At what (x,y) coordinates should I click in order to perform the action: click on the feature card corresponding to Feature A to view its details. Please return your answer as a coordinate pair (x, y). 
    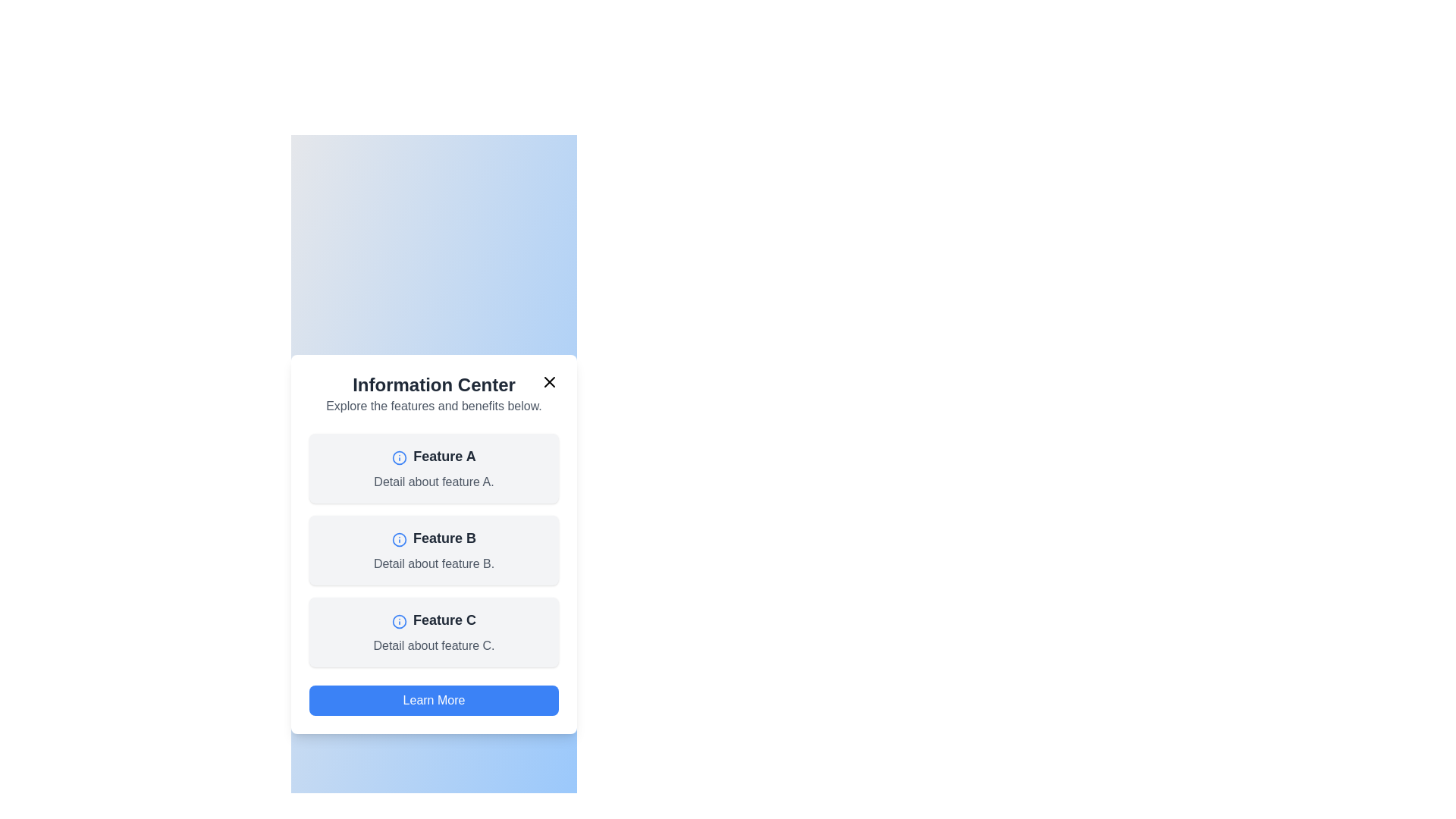
    Looking at the image, I should click on (433, 467).